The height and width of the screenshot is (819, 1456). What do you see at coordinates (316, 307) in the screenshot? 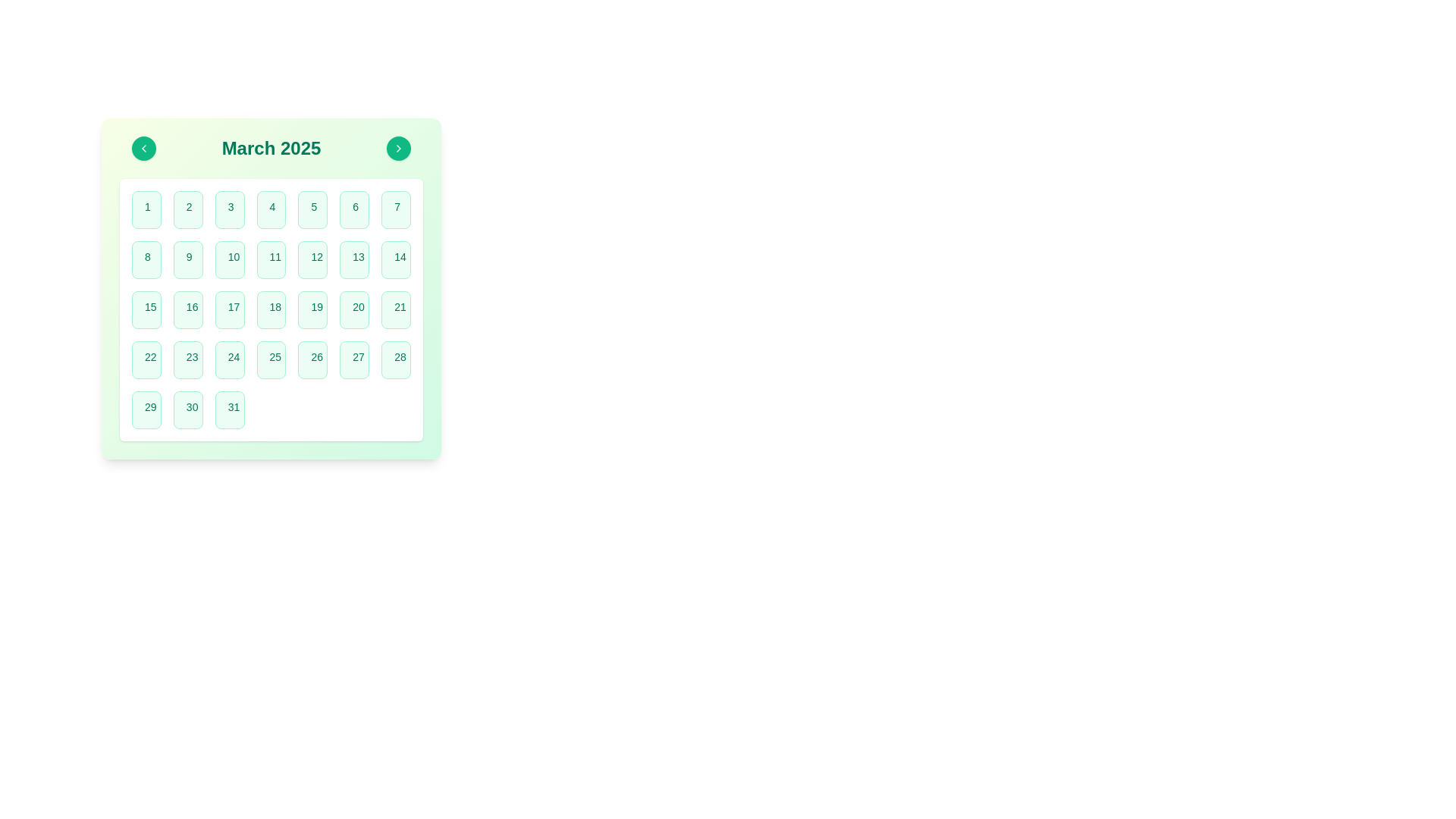
I see `the text label displaying the number '19' in bold emerald green color, located in the fourth row and second column of the calendar grid for March 2025` at bounding box center [316, 307].